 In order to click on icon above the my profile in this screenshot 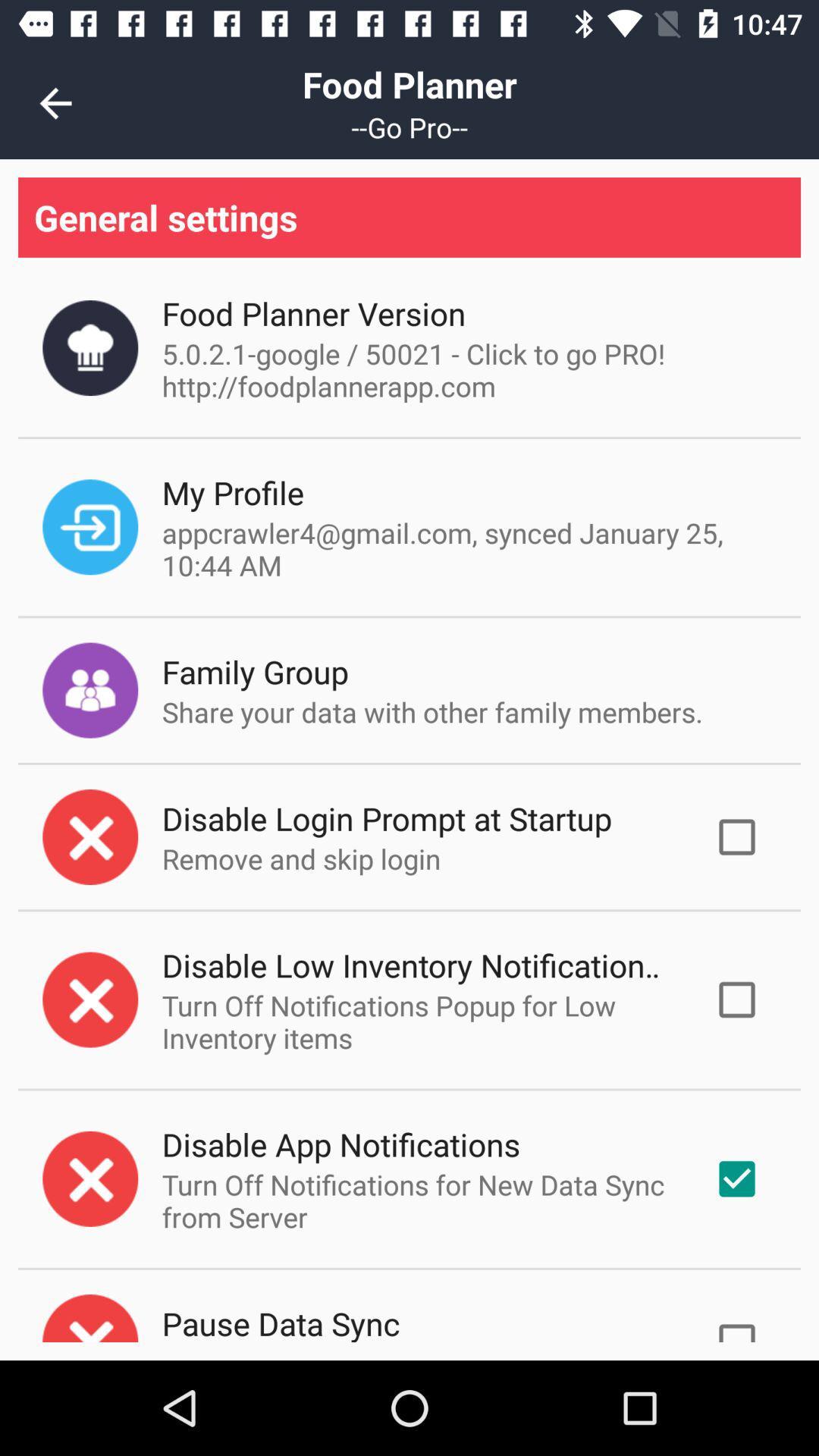, I will do `click(418, 369)`.